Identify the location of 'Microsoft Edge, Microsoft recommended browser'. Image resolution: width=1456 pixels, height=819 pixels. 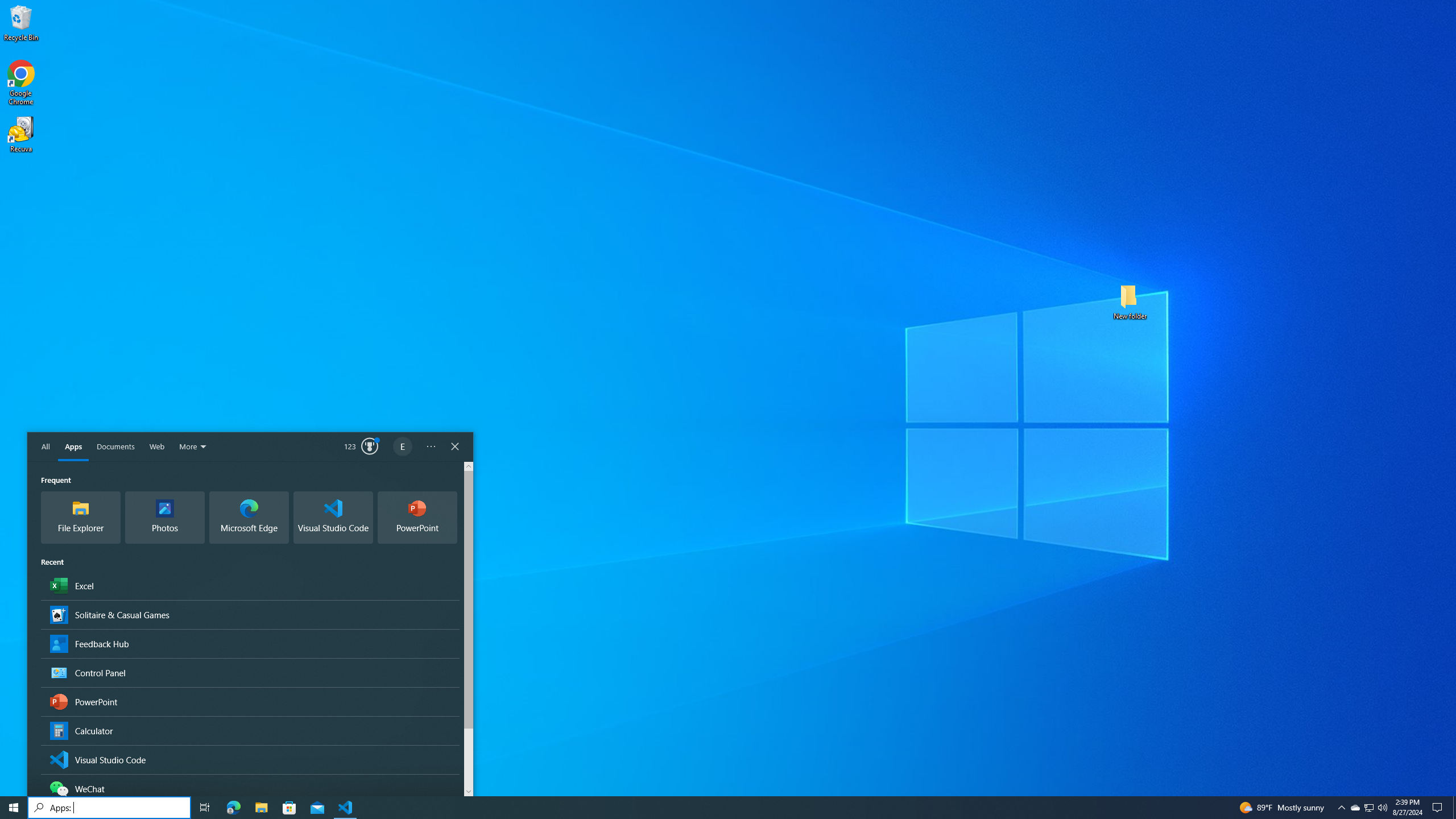
(248, 517).